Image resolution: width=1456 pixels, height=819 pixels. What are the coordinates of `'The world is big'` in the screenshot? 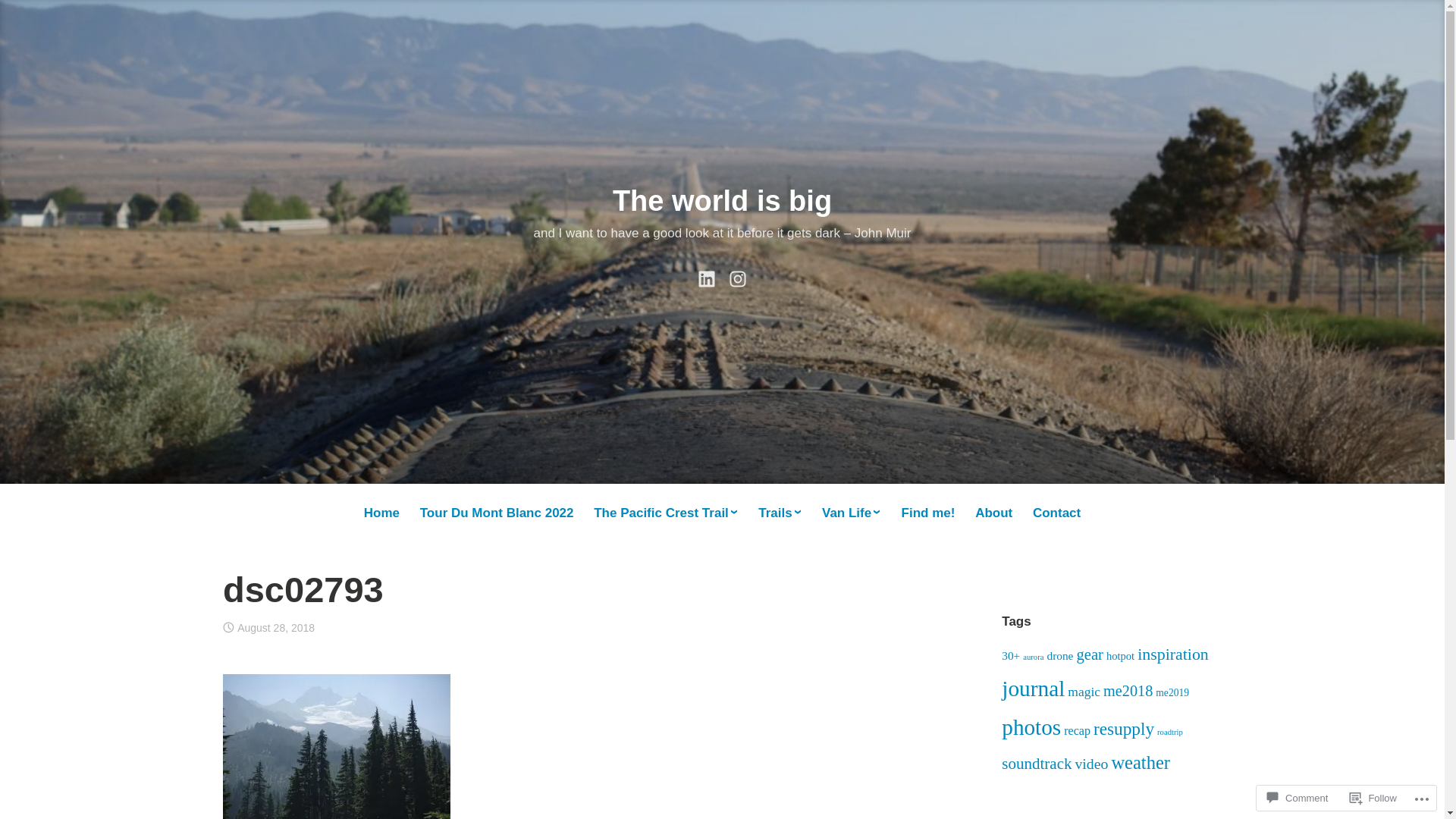 It's located at (721, 200).